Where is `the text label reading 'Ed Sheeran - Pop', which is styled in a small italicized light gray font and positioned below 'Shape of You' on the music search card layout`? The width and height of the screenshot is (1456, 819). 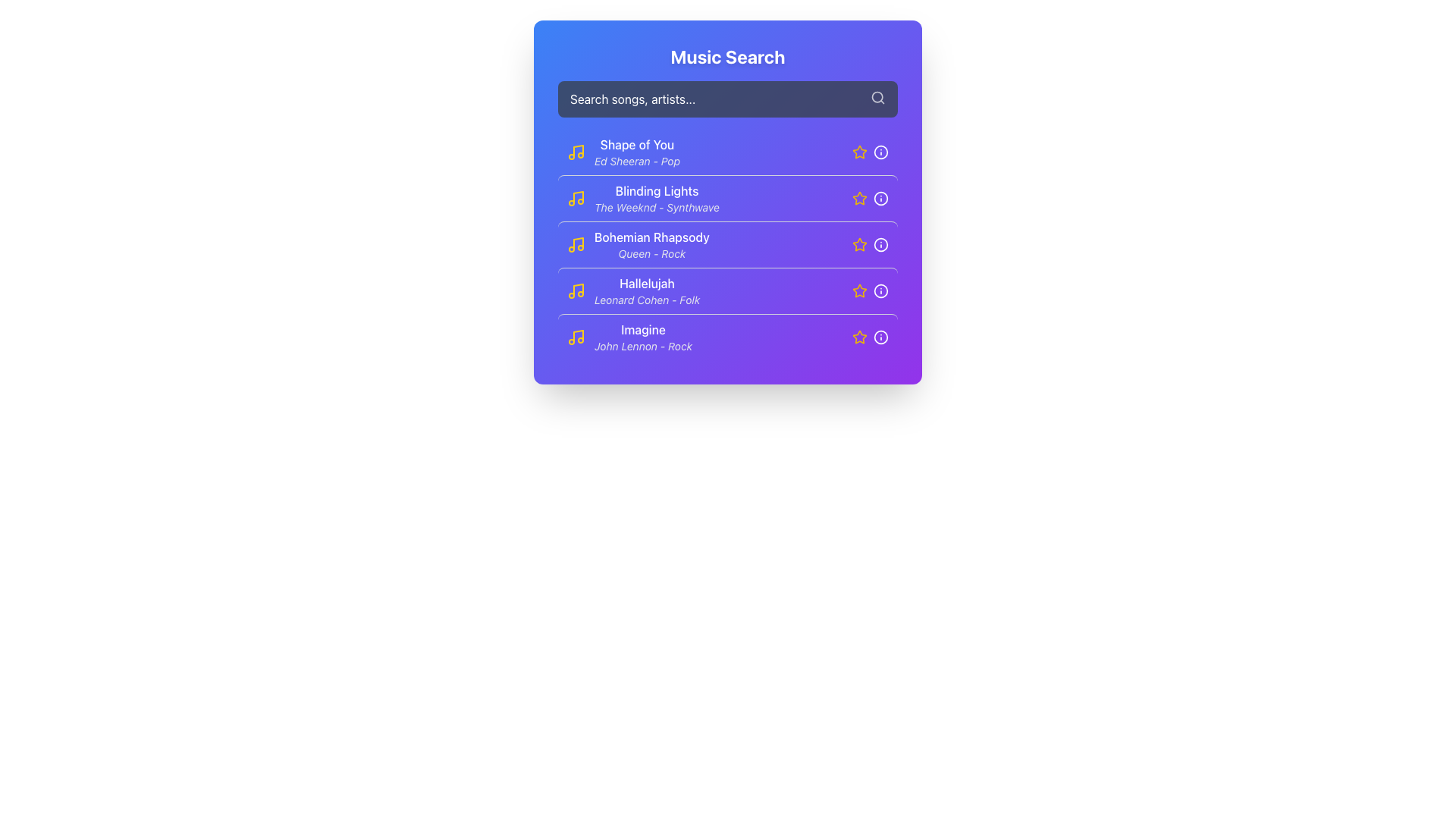 the text label reading 'Ed Sheeran - Pop', which is styled in a small italicized light gray font and positioned below 'Shape of You' on the music search card layout is located at coordinates (637, 161).